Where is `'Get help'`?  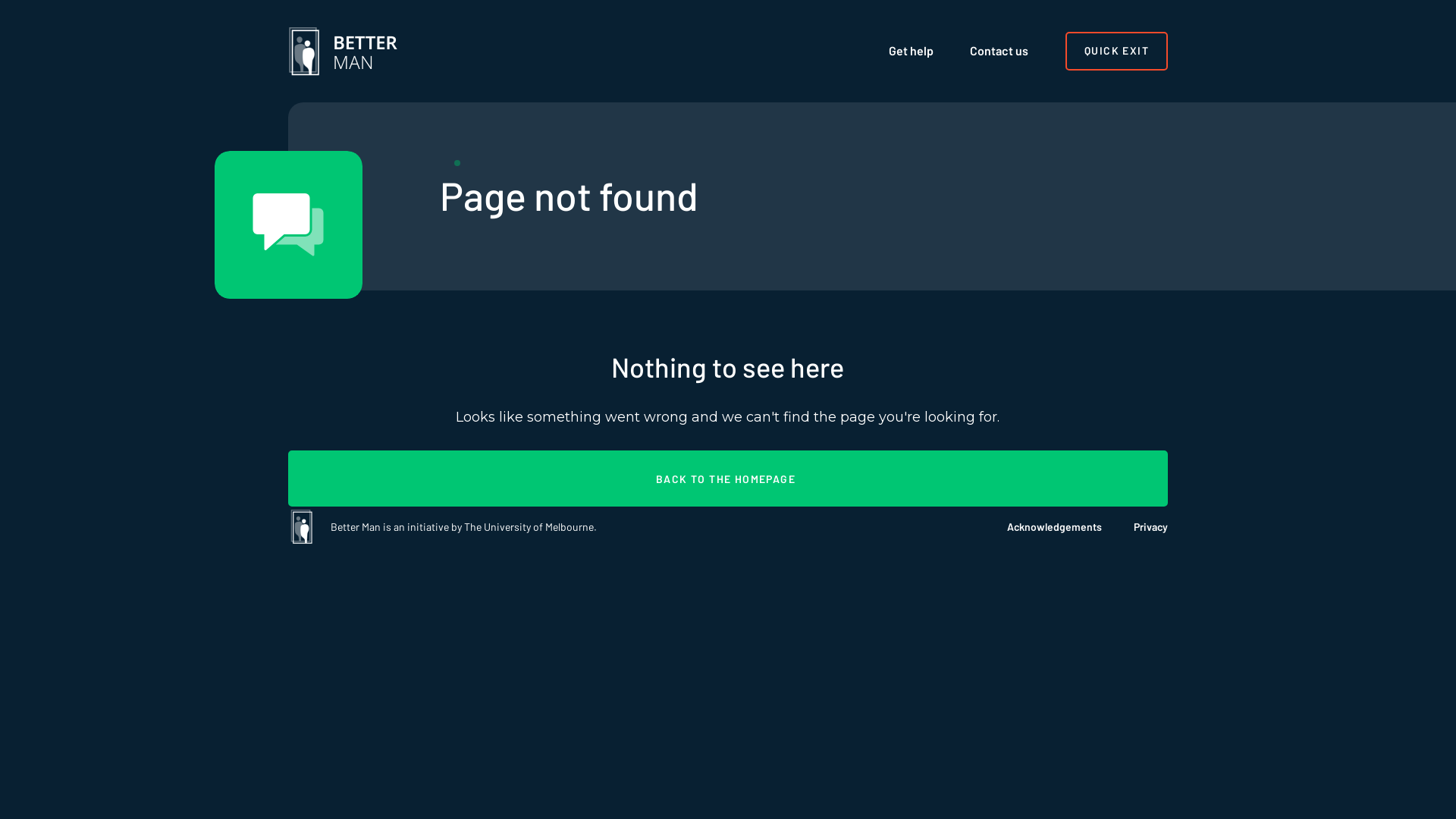
'Get help' is located at coordinates (910, 49).